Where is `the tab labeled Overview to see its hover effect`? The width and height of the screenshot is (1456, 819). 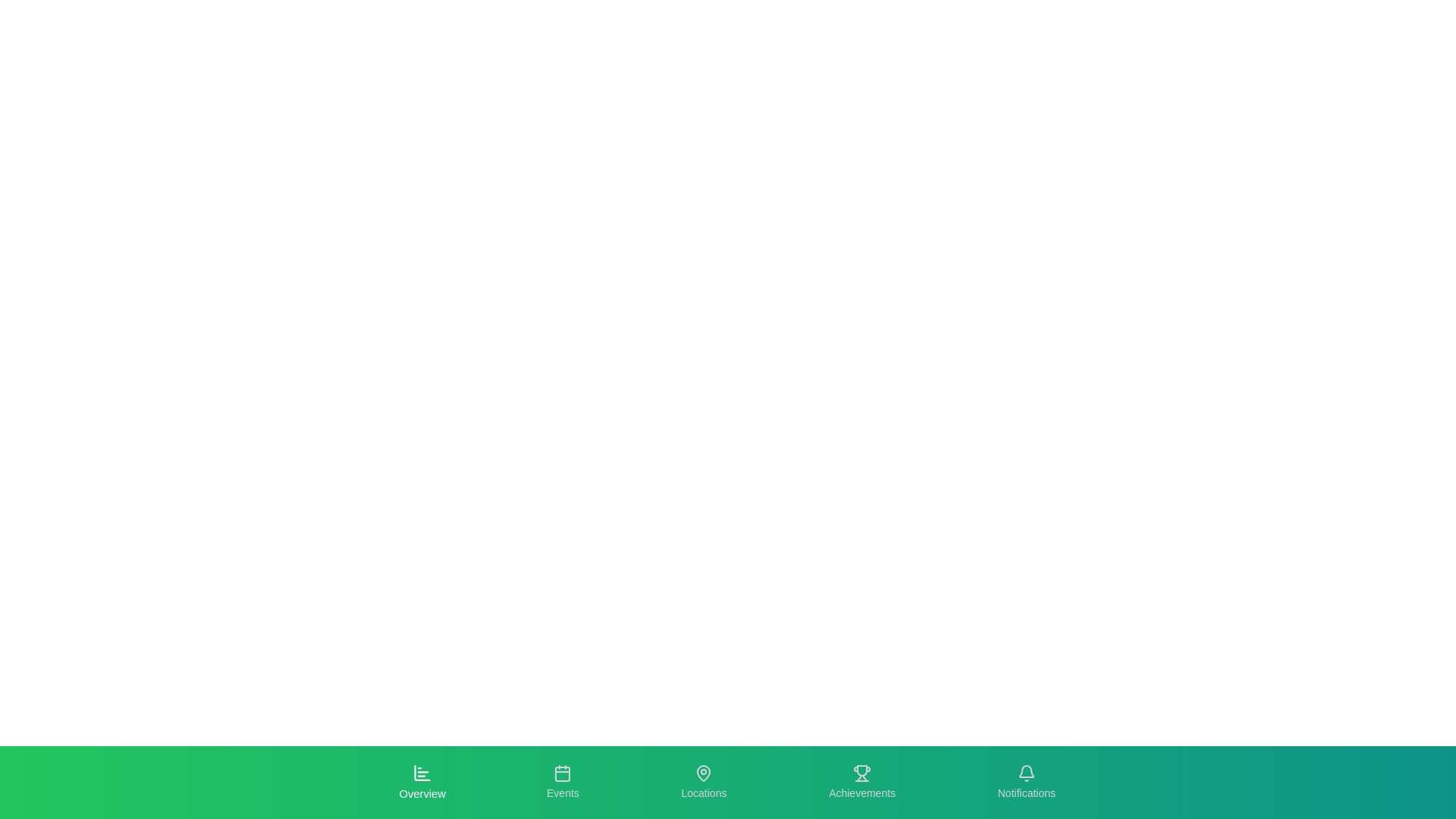 the tab labeled Overview to see its hover effect is located at coordinates (422, 783).